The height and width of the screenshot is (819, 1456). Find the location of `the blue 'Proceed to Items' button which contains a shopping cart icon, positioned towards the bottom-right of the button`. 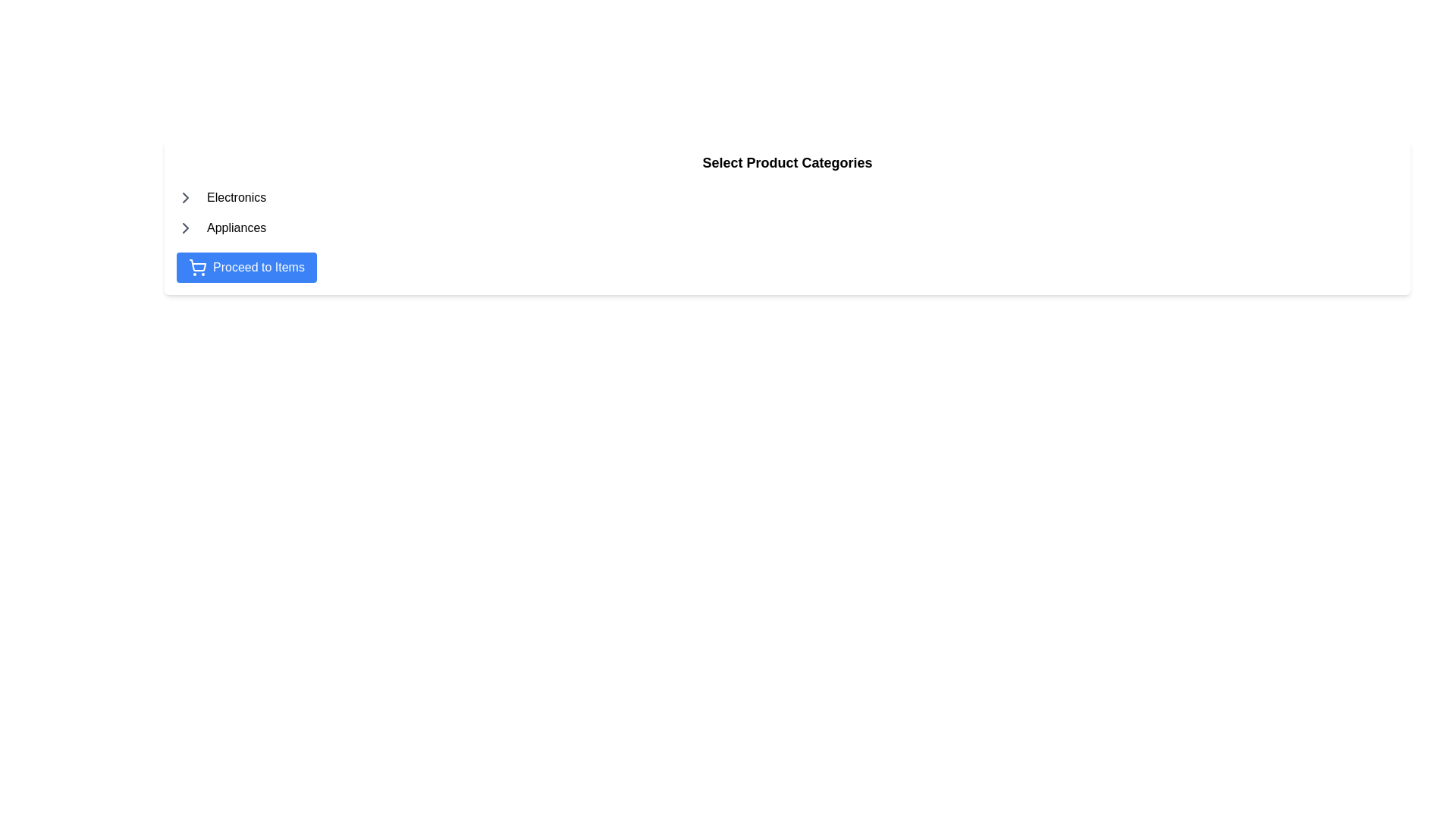

the blue 'Proceed to Items' button which contains a shopping cart icon, positioned towards the bottom-right of the button is located at coordinates (197, 265).